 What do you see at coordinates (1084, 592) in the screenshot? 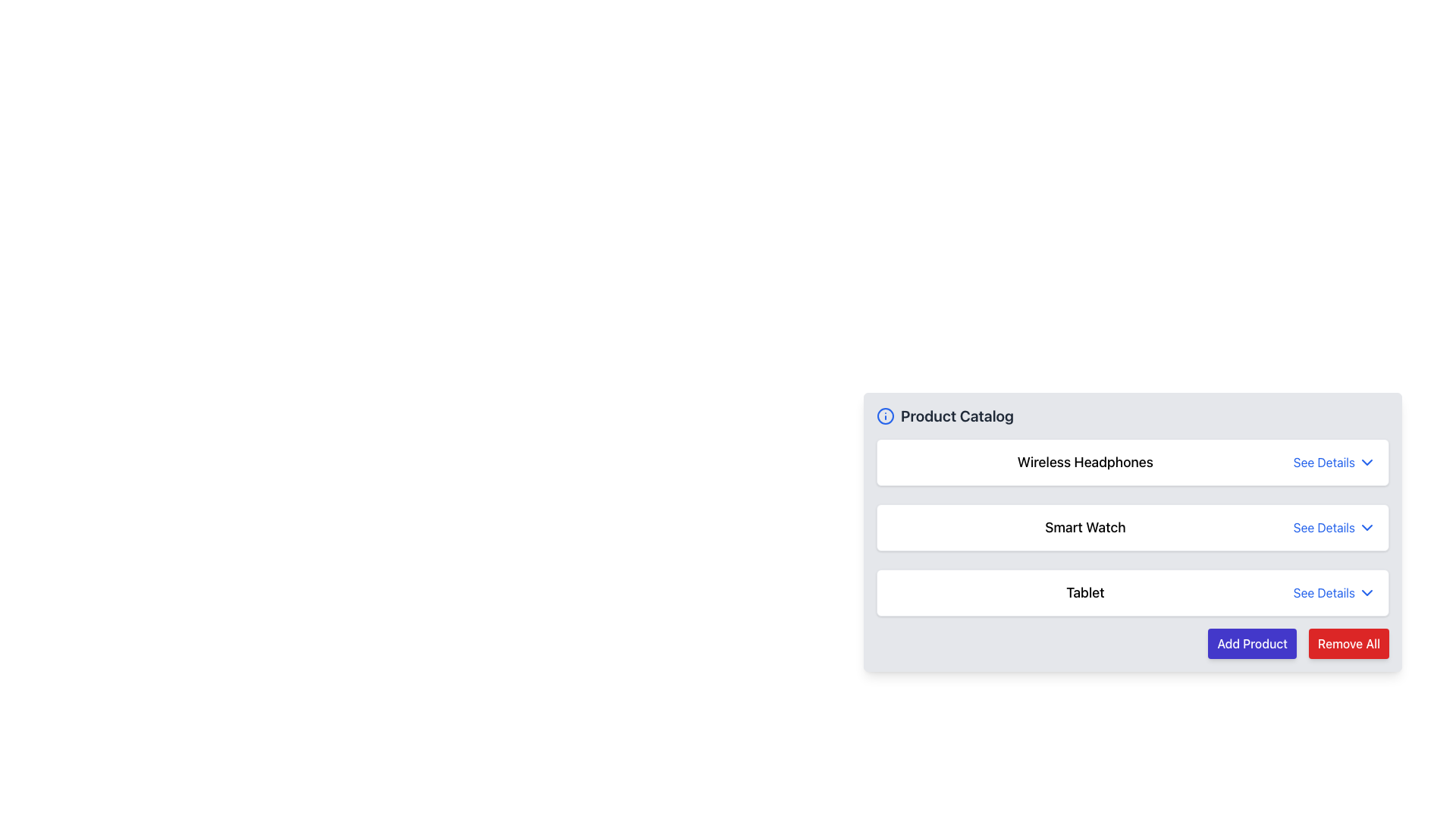
I see `the static text label indicating the product name 'Tablet', which is positioned below 'Wireless Headphones' and 'Smart Watch'` at bounding box center [1084, 592].